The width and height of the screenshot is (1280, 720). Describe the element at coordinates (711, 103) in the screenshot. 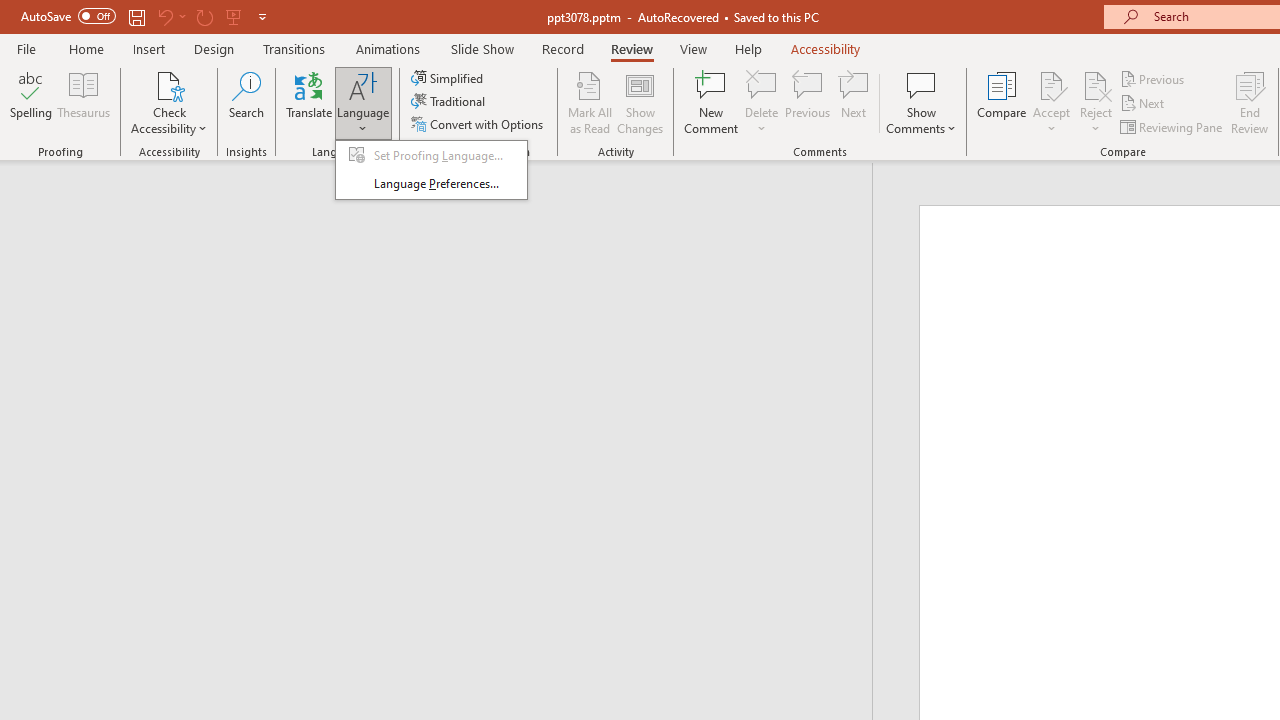

I see `'New Comment'` at that location.